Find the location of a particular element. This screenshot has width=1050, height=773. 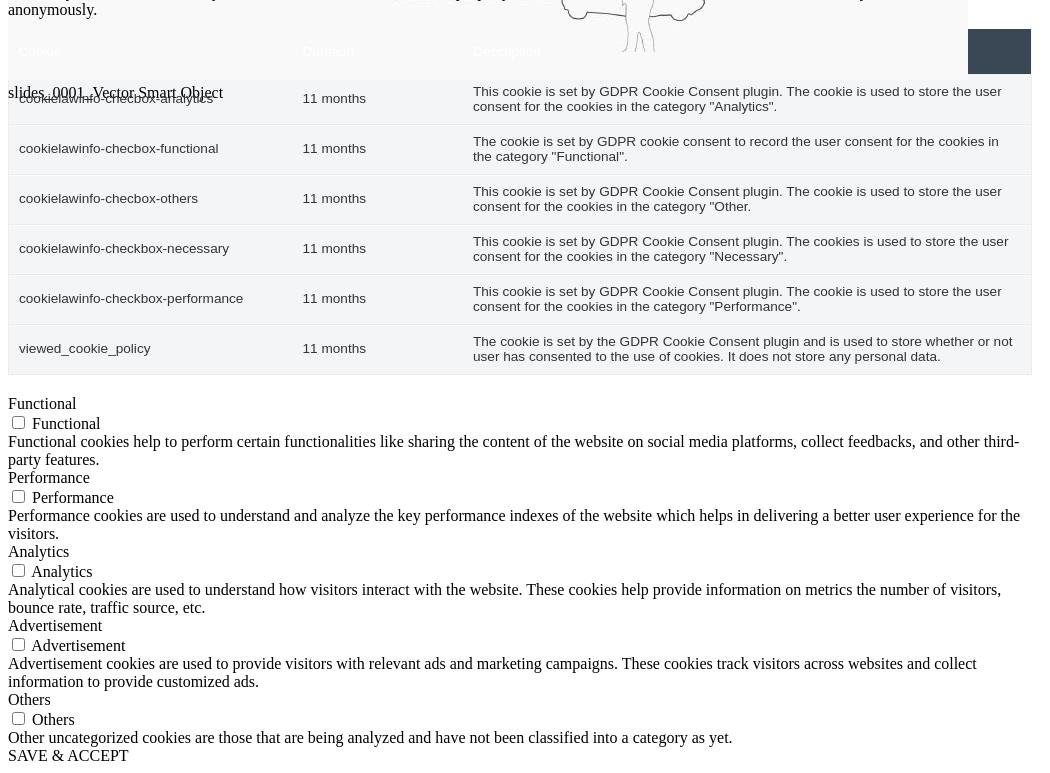

'cookielawinfo-checbox-others' is located at coordinates (108, 197).